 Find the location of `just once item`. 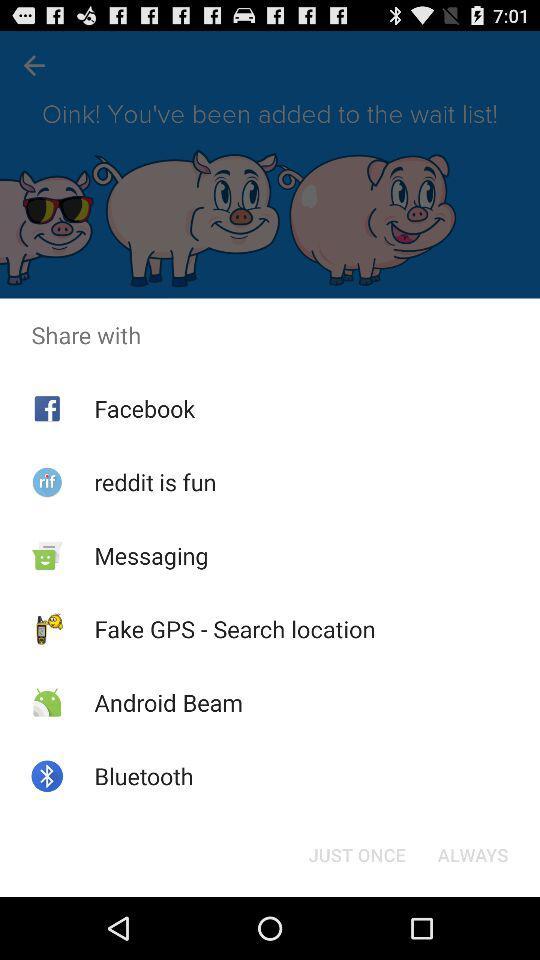

just once item is located at coordinates (356, 853).